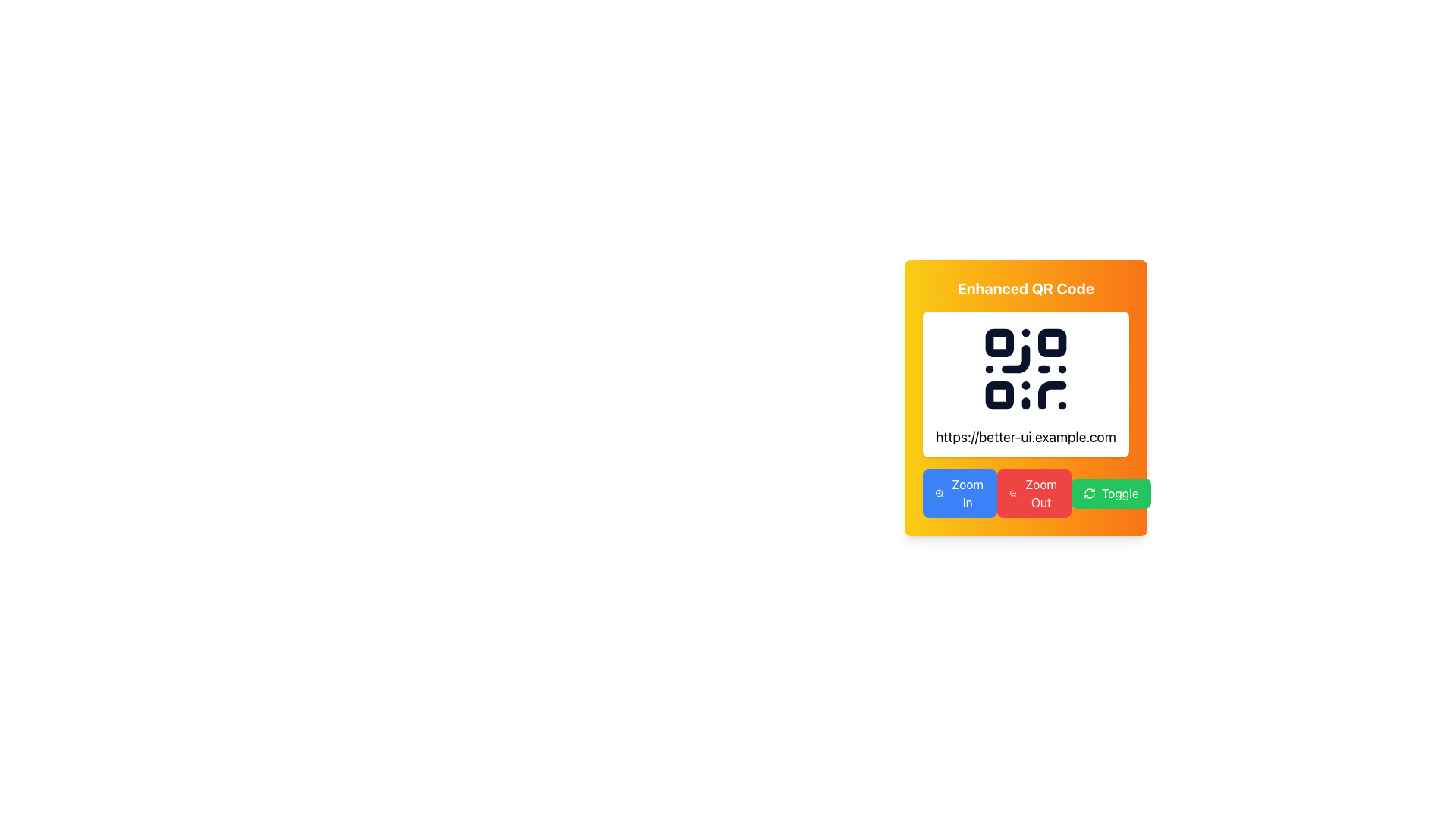 The image size is (1456, 819). I want to click on the zoom out button, which is the second button in a row of three, situated beneath a QR code, so click(1033, 494).